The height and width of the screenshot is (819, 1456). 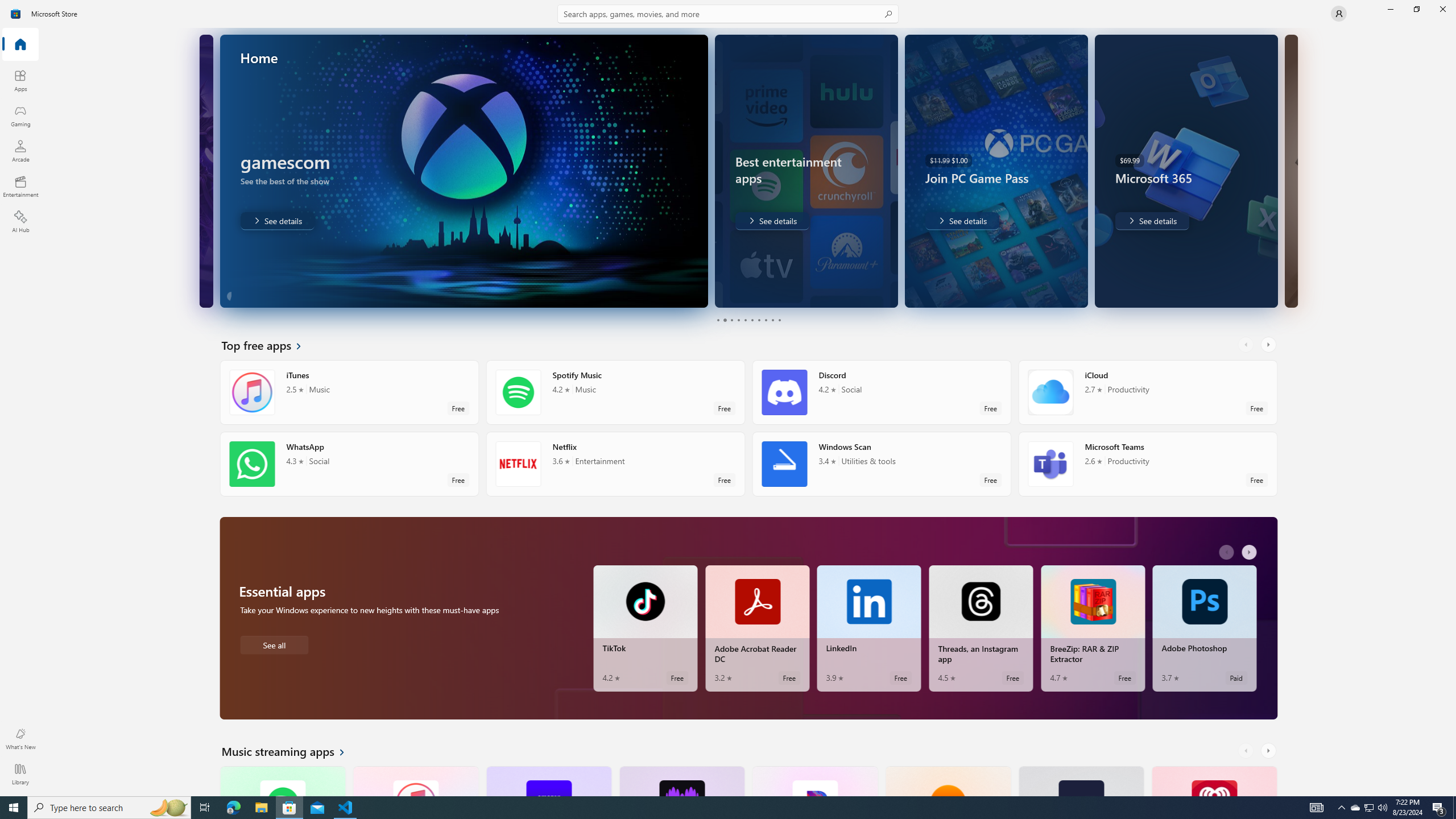 What do you see at coordinates (289, 751) in the screenshot?
I see `'See all  Music streaming apps'` at bounding box center [289, 751].